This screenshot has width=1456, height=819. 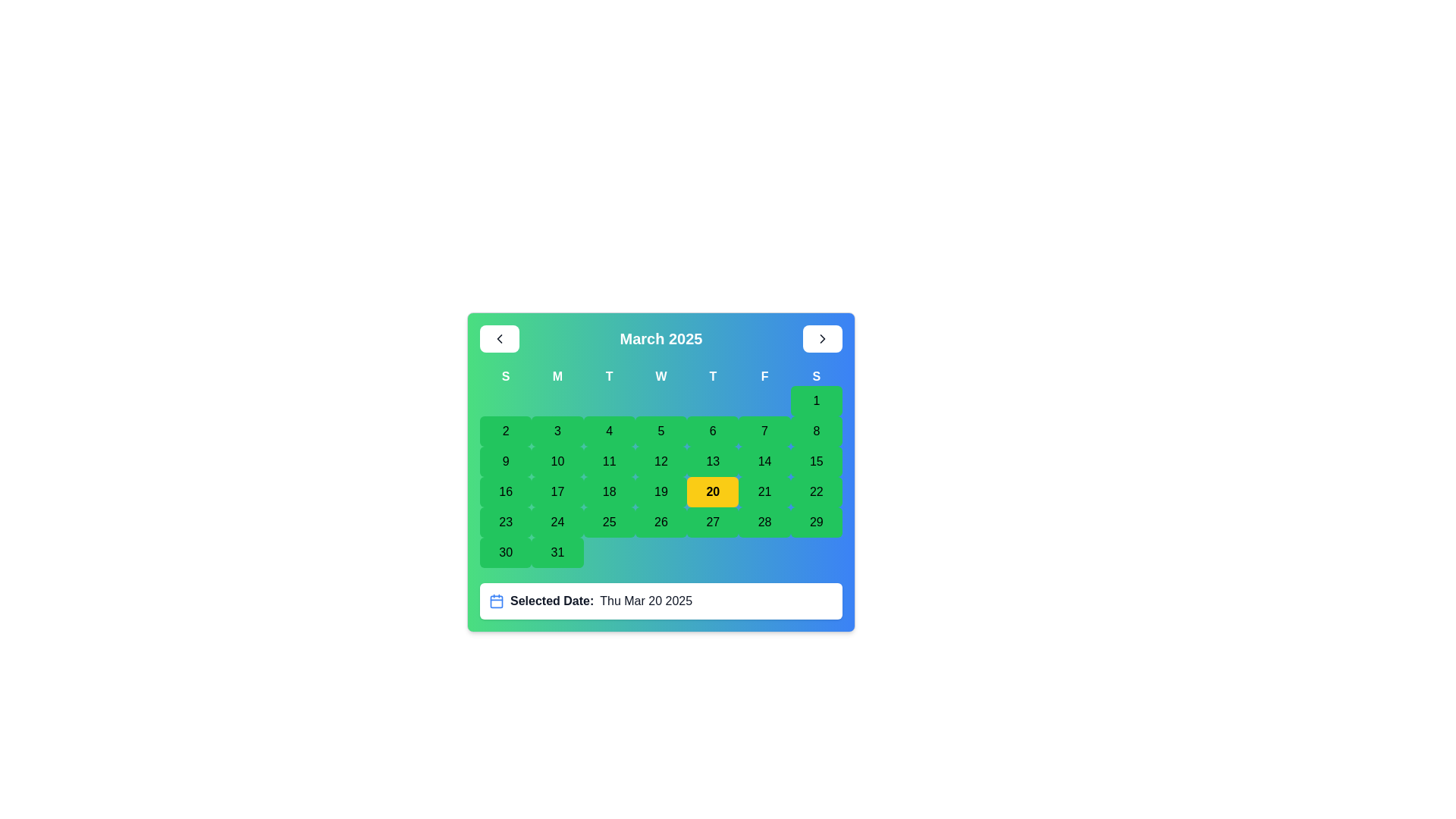 What do you see at coordinates (506, 491) in the screenshot?
I see `the green rectangular button with rounded corners containing the number '16' in black text, located in the second row and fourth column of the calendar grid for March 2025 to trigger hover effects` at bounding box center [506, 491].